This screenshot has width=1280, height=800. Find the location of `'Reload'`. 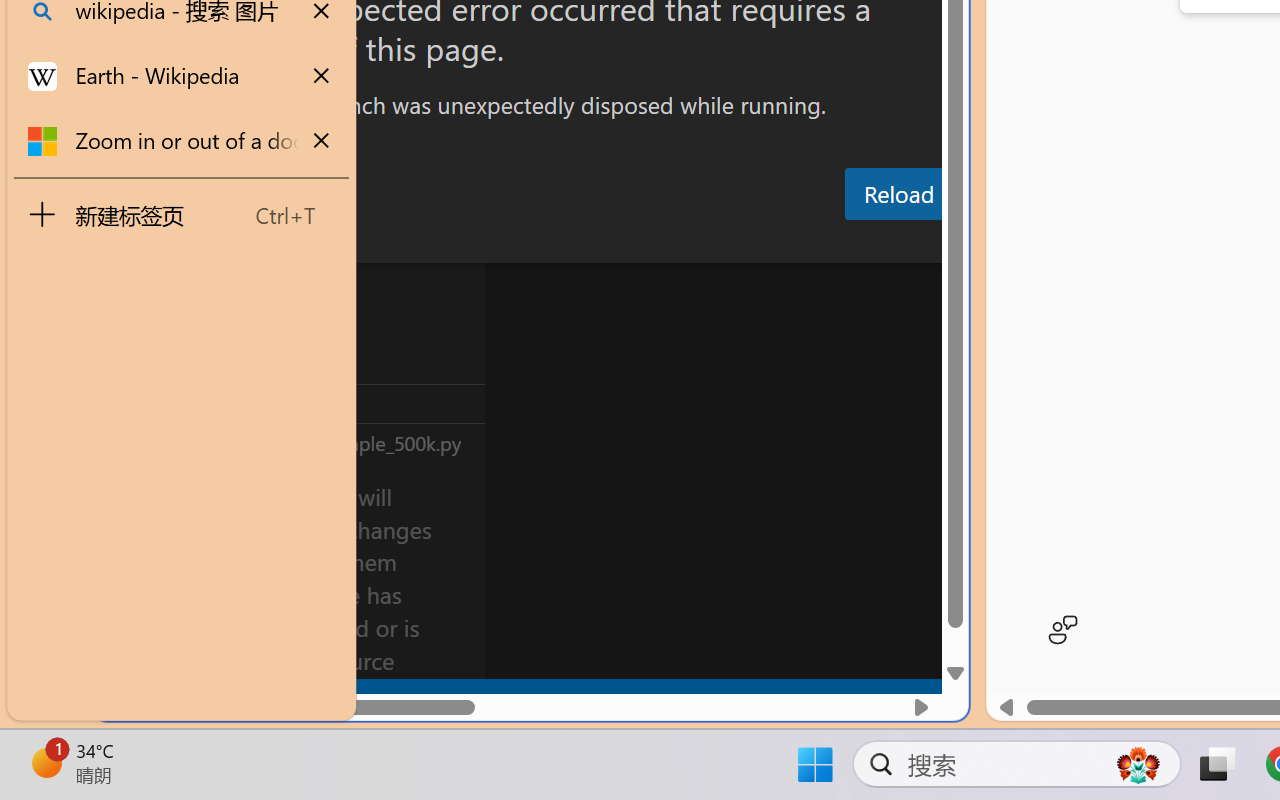

'Reload' is located at coordinates (897, 192).